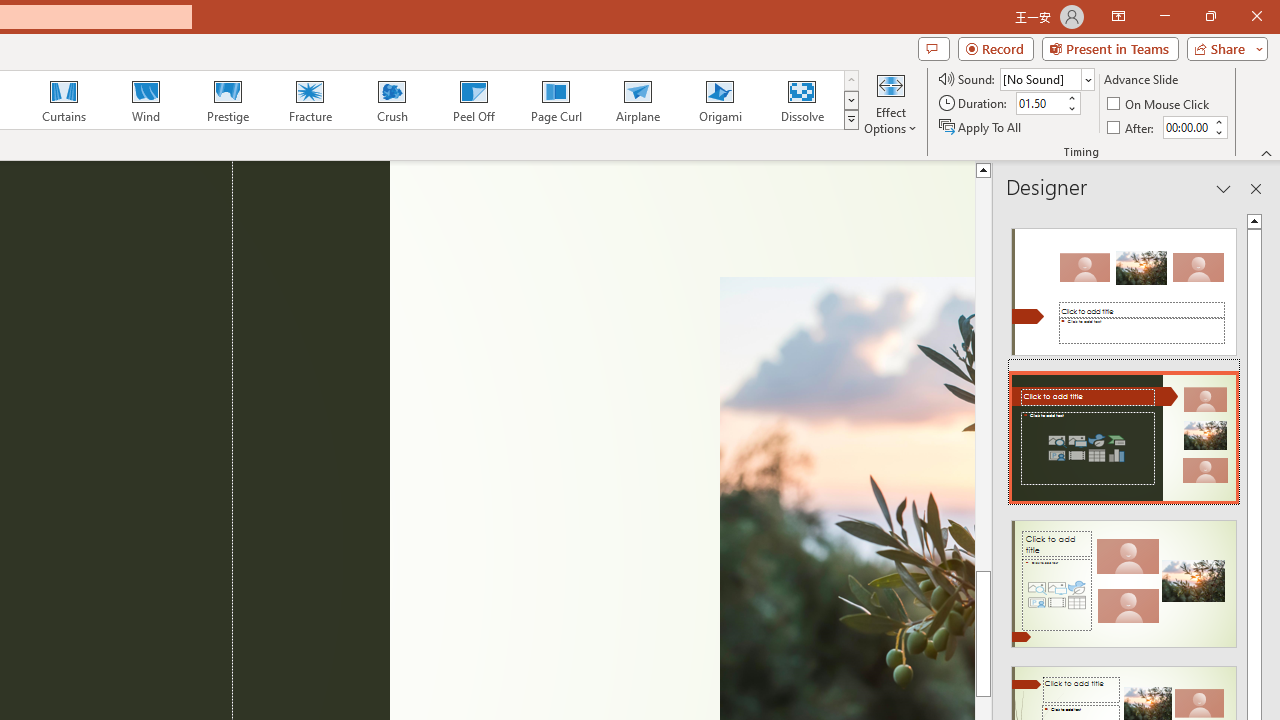 The width and height of the screenshot is (1280, 720). What do you see at coordinates (227, 100) in the screenshot?
I see `'Prestige'` at bounding box center [227, 100].